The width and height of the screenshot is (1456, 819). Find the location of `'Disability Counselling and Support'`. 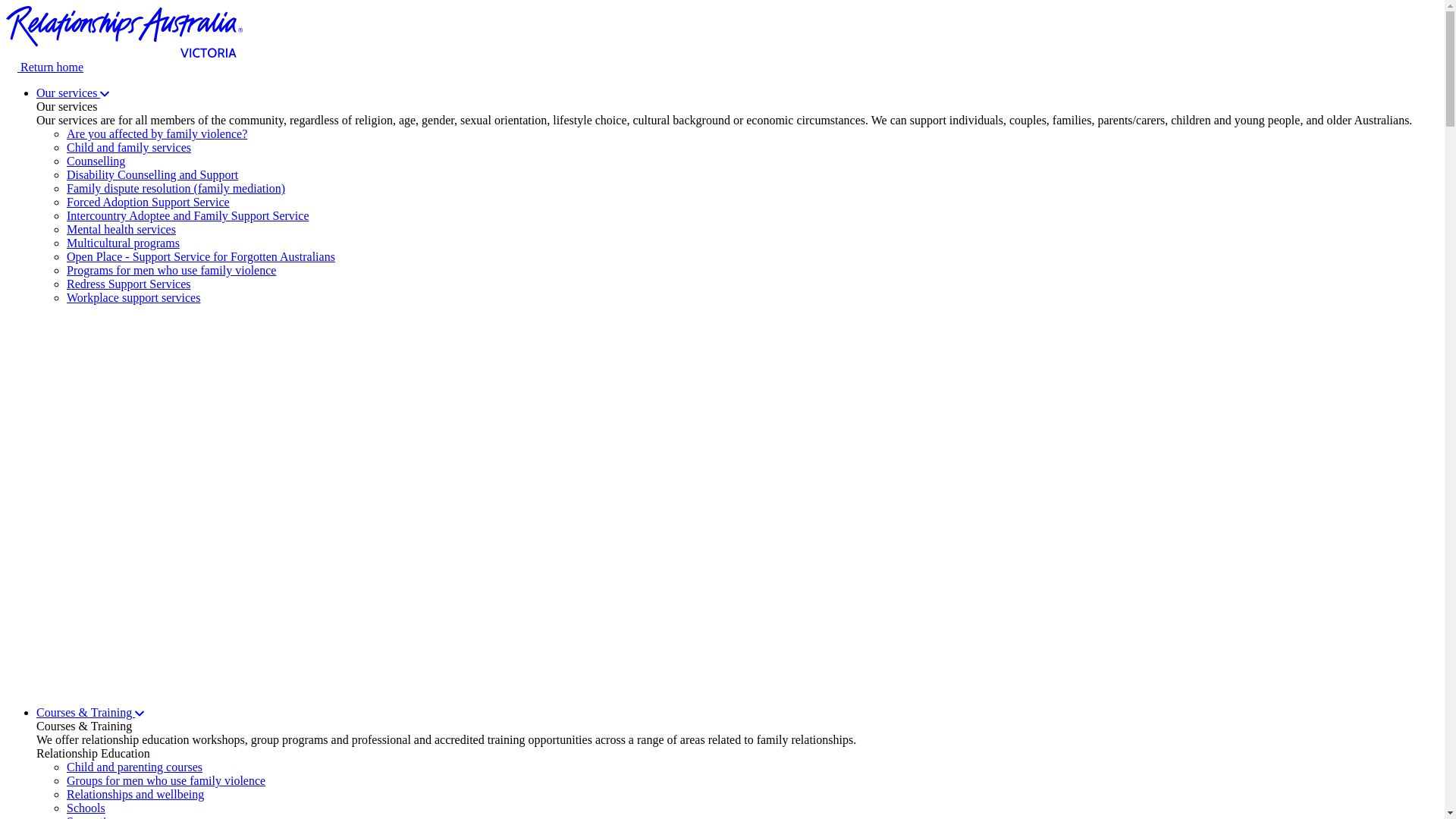

'Disability Counselling and Support' is located at coordinates (65, 174).